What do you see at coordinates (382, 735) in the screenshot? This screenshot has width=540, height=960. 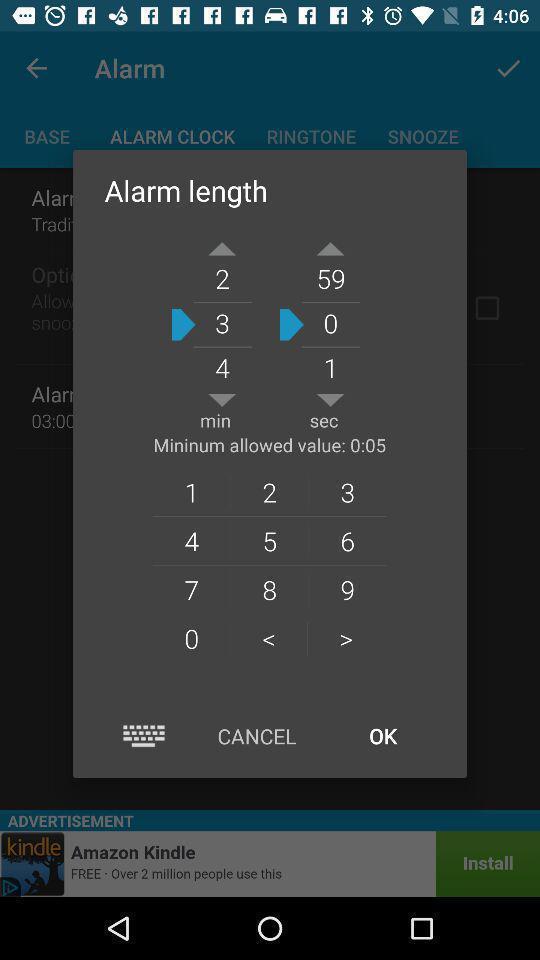 I see `ok item` at bounding box center [382, 735].